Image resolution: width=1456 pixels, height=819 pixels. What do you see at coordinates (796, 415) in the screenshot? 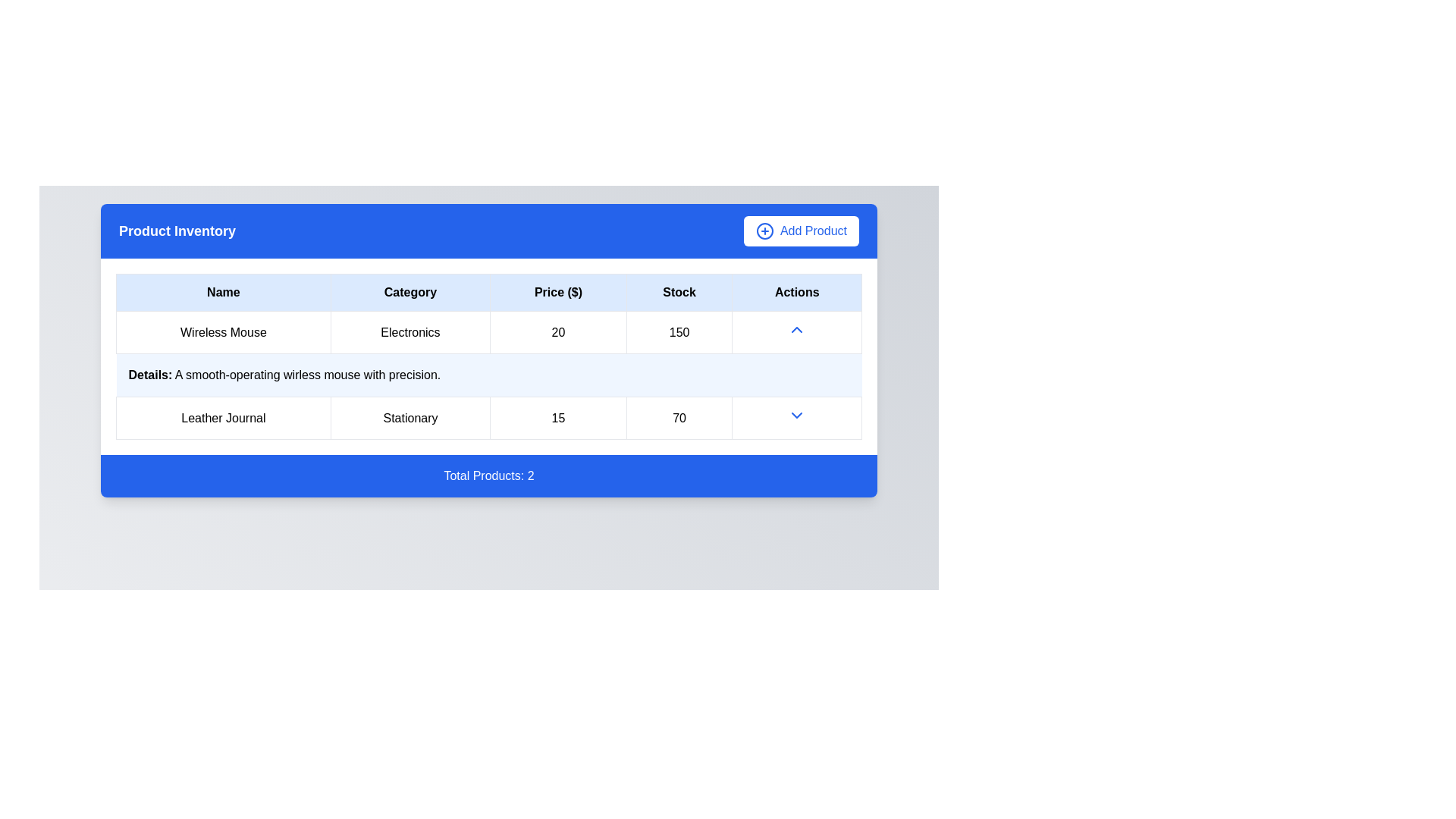
I see `the downward-pointing chevron icon in the 'Actions' column of the second row of the product inventory table` at bounding box center [796, 415].